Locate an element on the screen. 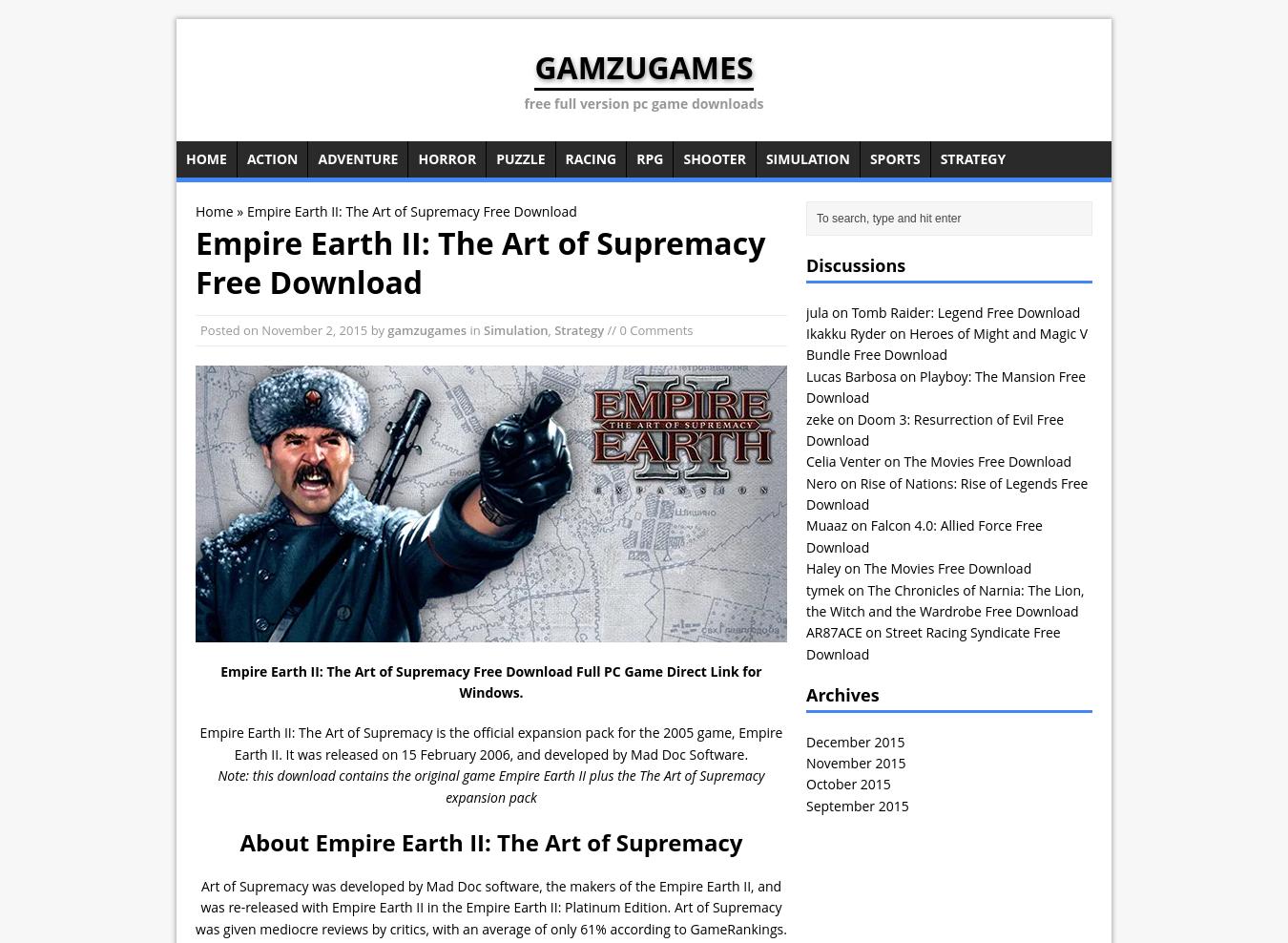 The image size is (1288, 943). 'September 2015' is located at coordinates (857, 805).